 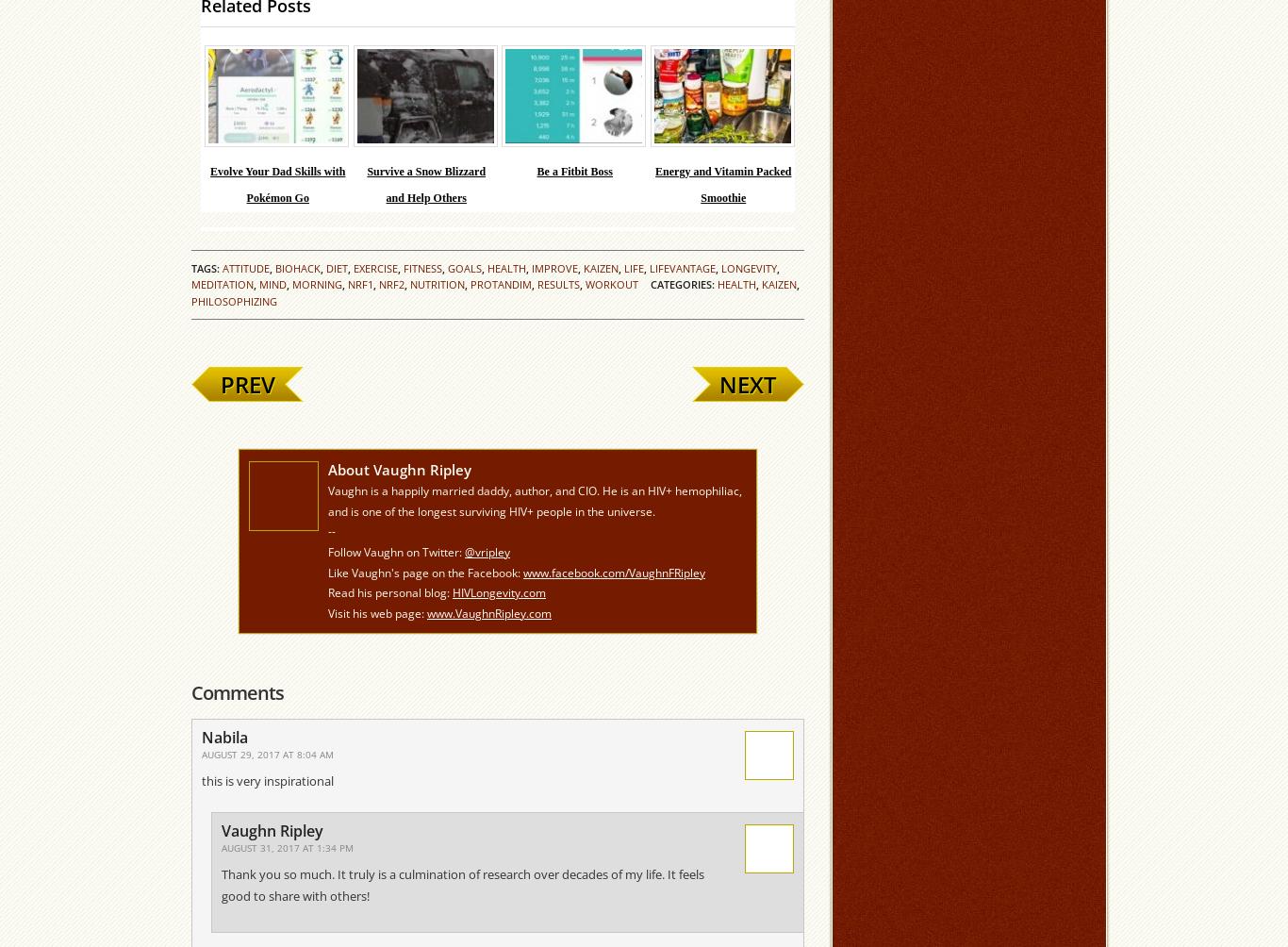 What do you see at coordinates (425, 611) in the screenshot?
I see `'www.VaughnRipley.com'` at bounding box center [425, 611].